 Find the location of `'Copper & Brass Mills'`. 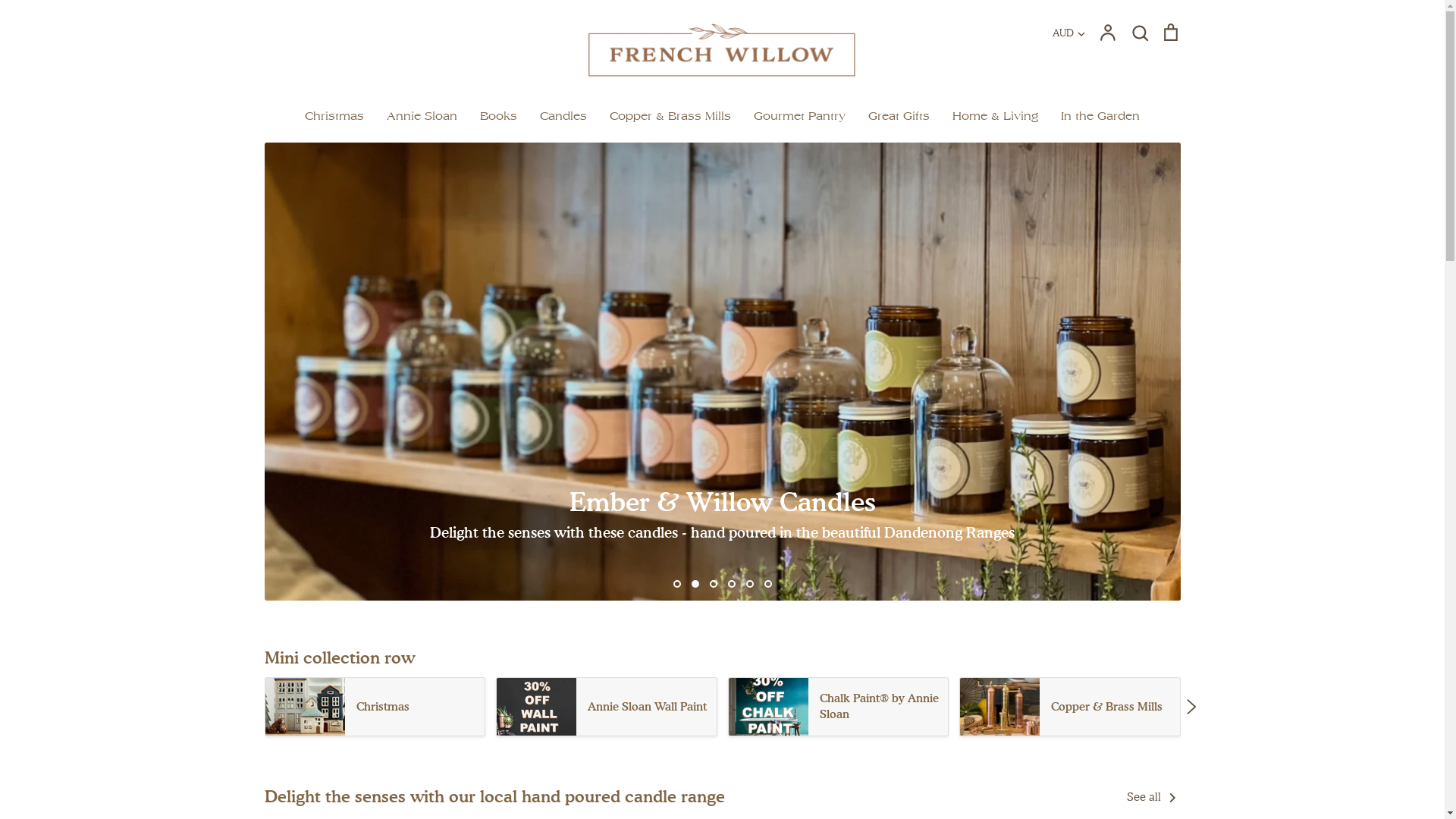

'Copper & Brass Mills' is located at coordinates (669, 115).